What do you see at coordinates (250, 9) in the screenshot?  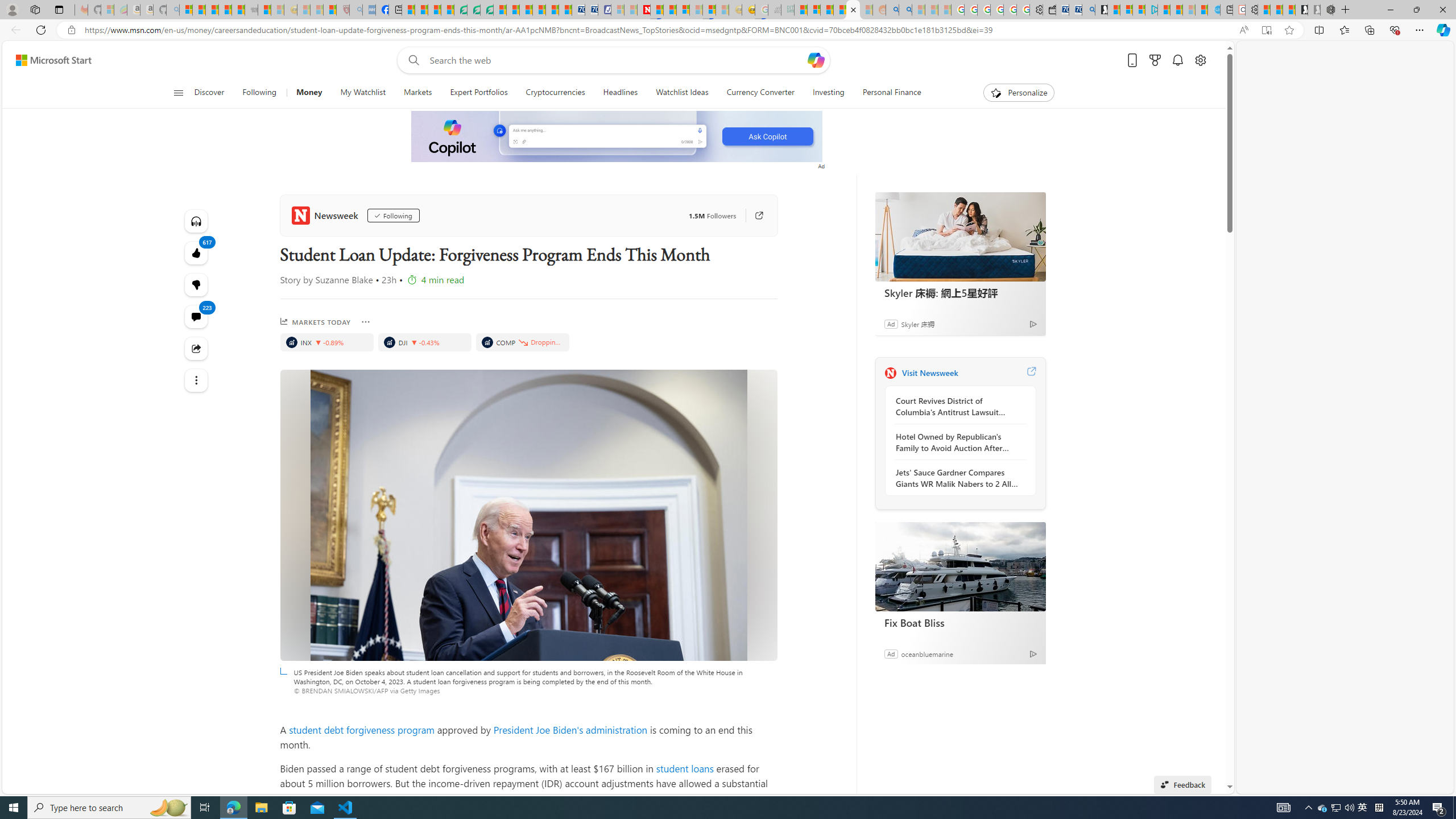 I see `'Combat Siege'` at bounding box center [250, 9].